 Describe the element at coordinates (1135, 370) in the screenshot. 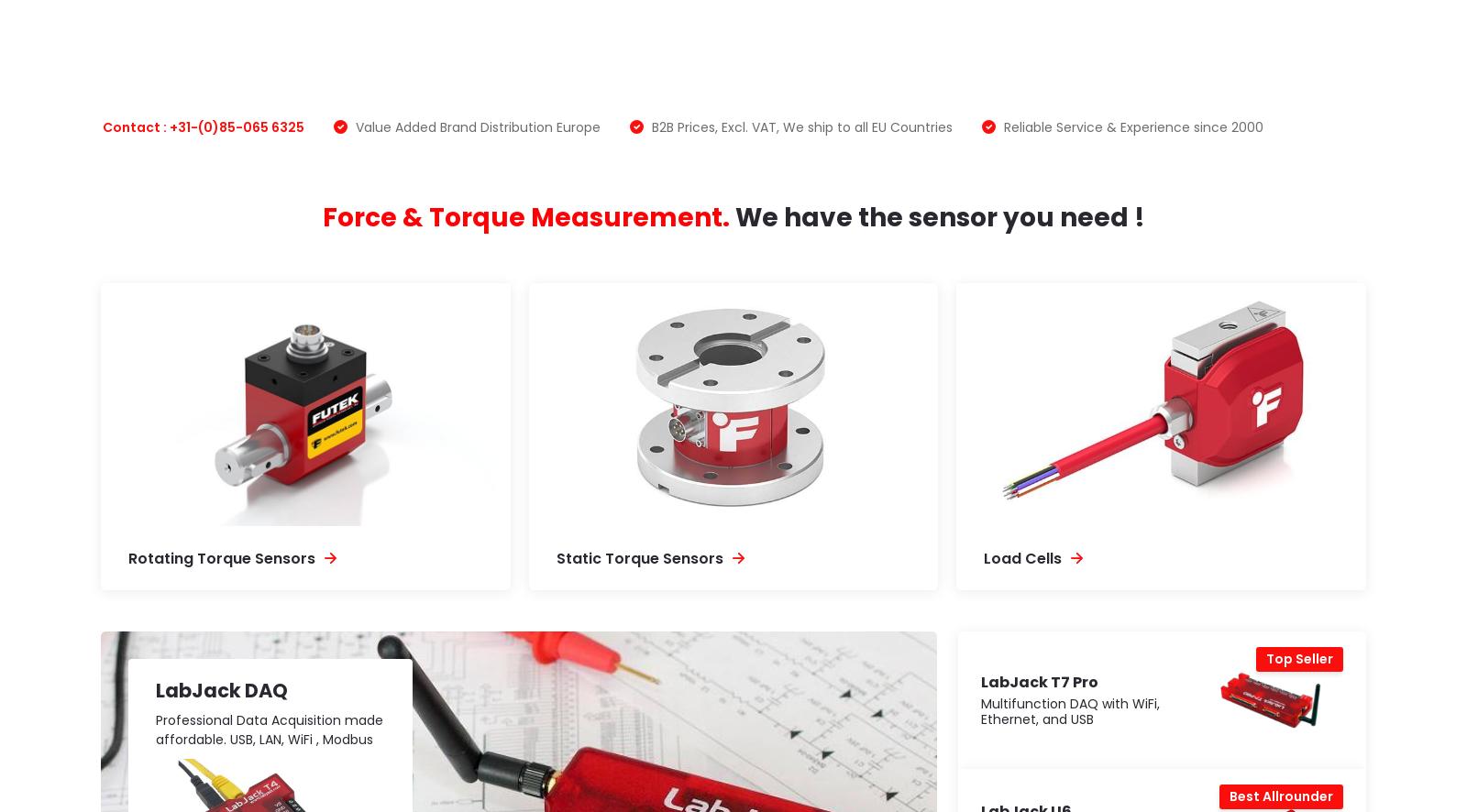

I see `'Nog geen account?'` at that location.